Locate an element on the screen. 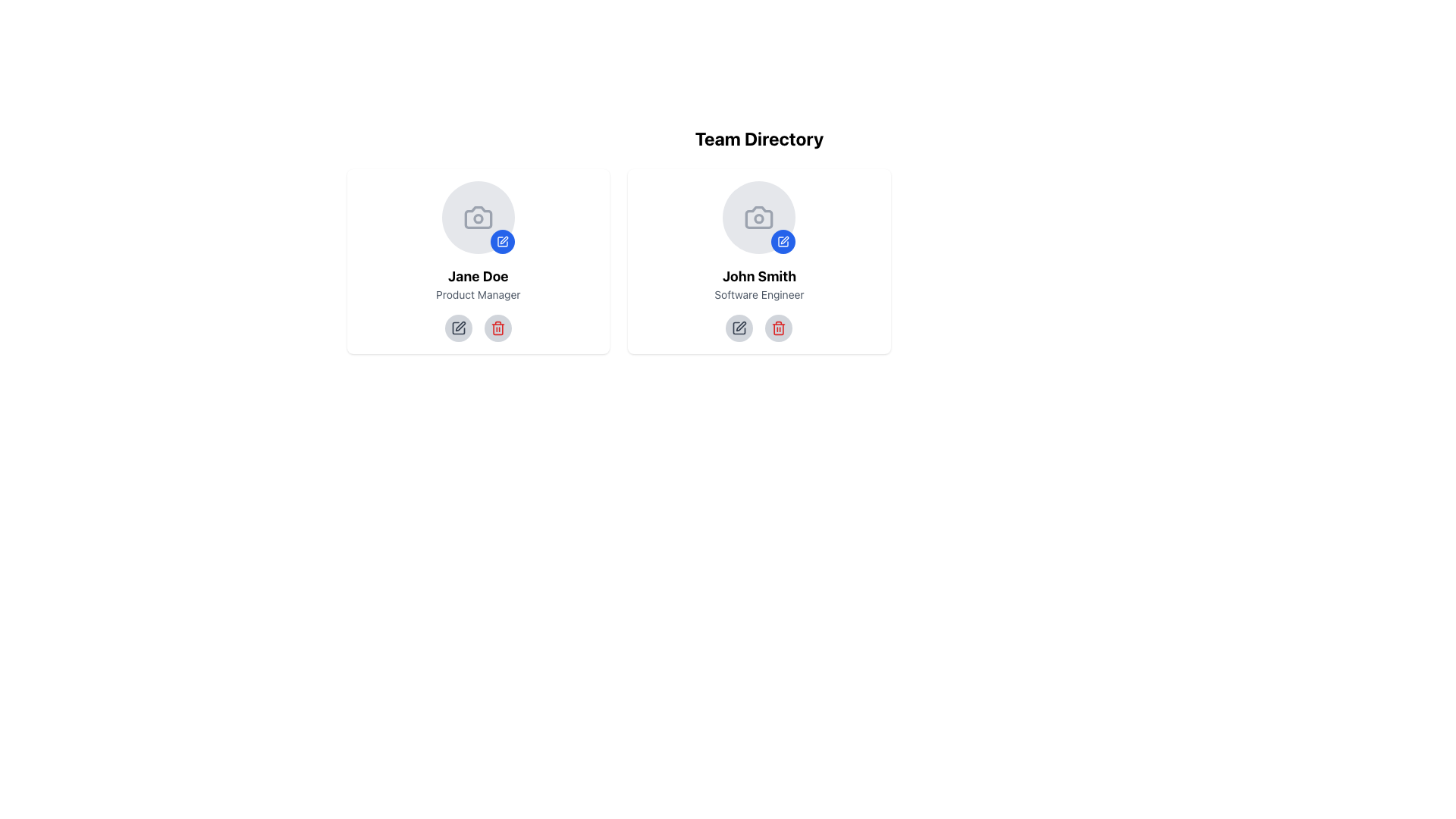 The height and width of the screenshot is (819, 1456). the edit button located under 'Jane Doe's profile is located at coordinates (457, 327).